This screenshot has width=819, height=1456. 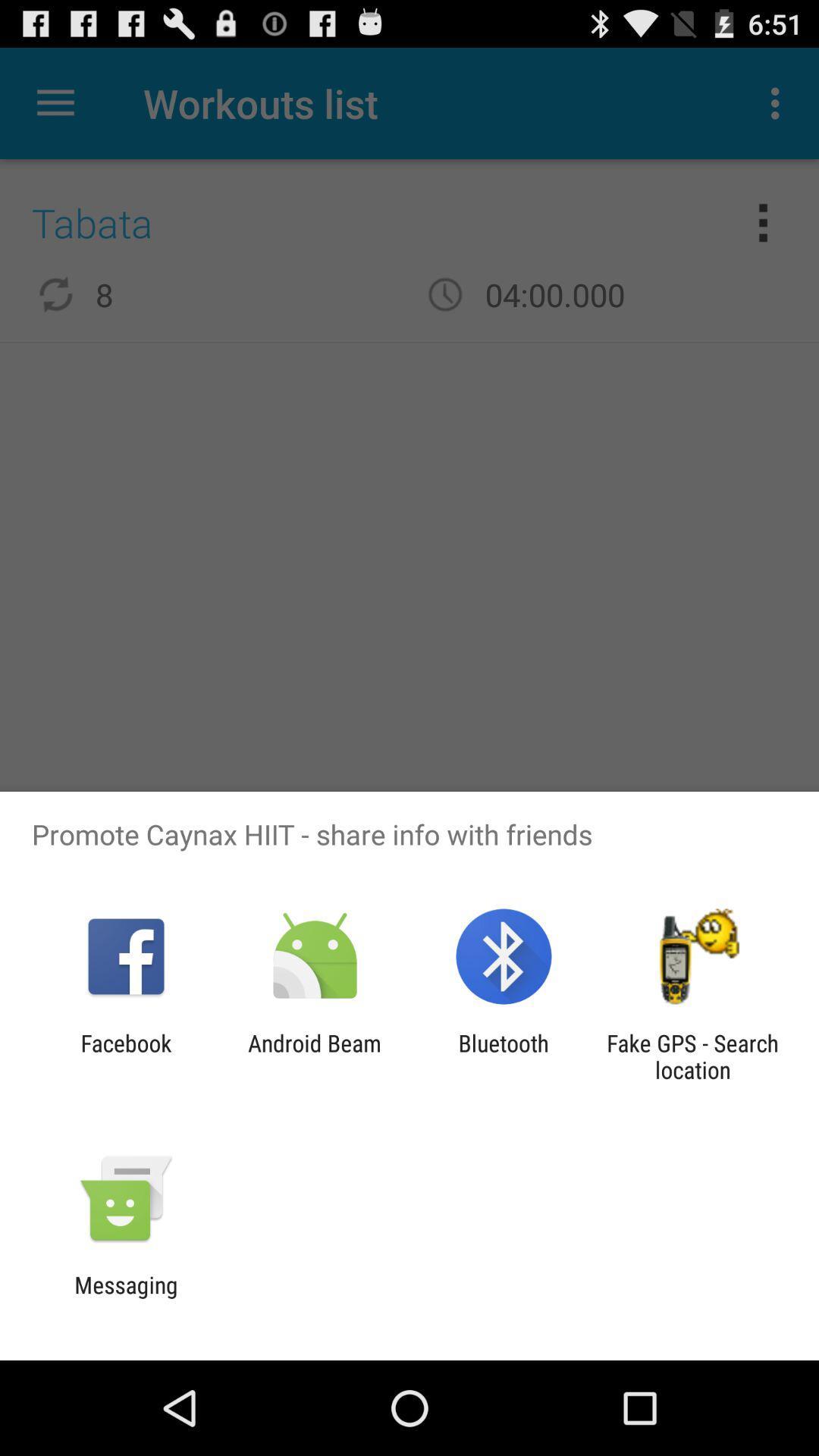 I want to click on android beam icon, so click(x=314, y=1056).